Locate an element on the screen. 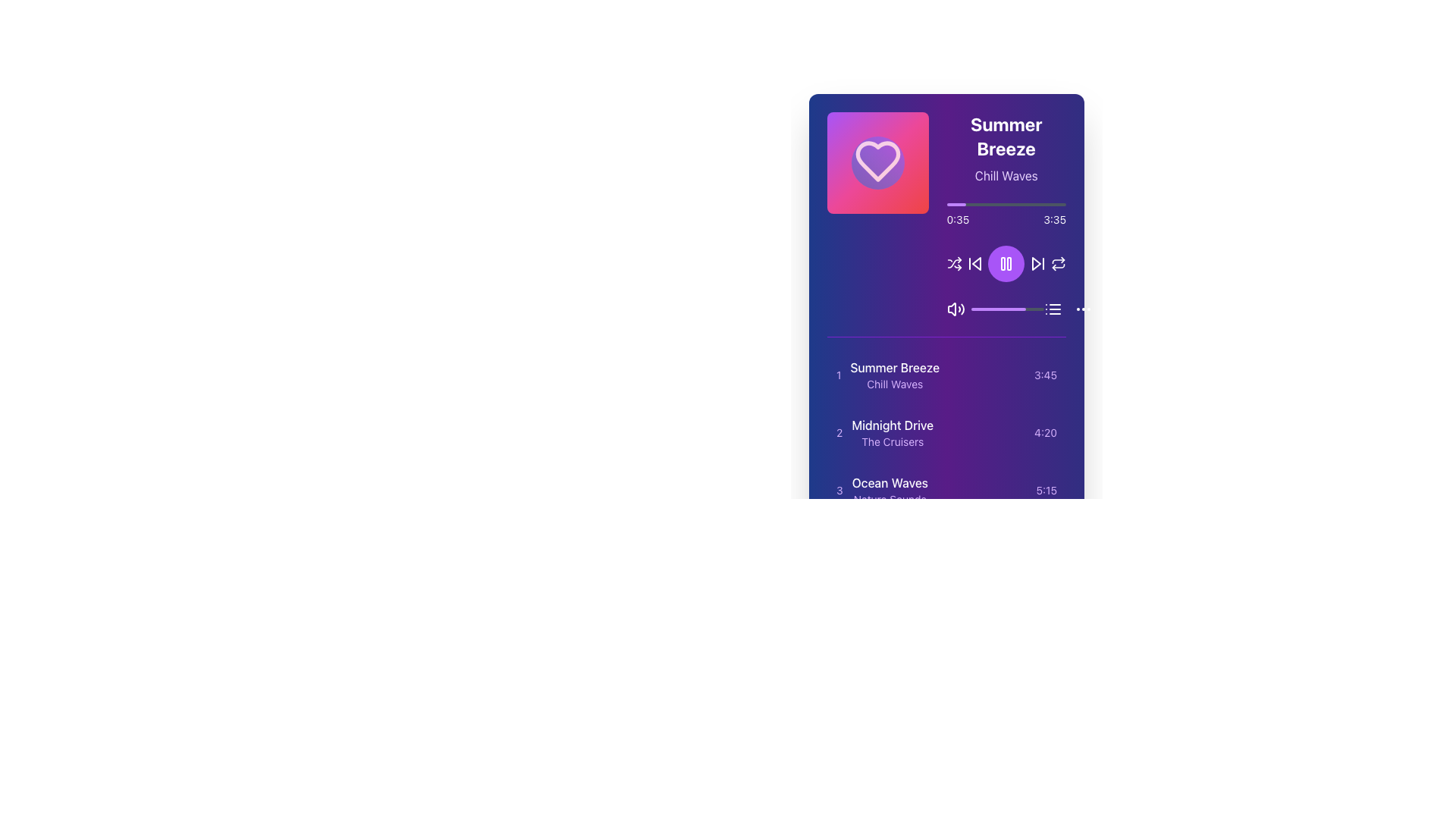 This screenshot has height=819, width=1456. the pause icon, which is styled with a purple fill and located at the center of the circular button in the playback controls area is located at coordinates (1006, 262).